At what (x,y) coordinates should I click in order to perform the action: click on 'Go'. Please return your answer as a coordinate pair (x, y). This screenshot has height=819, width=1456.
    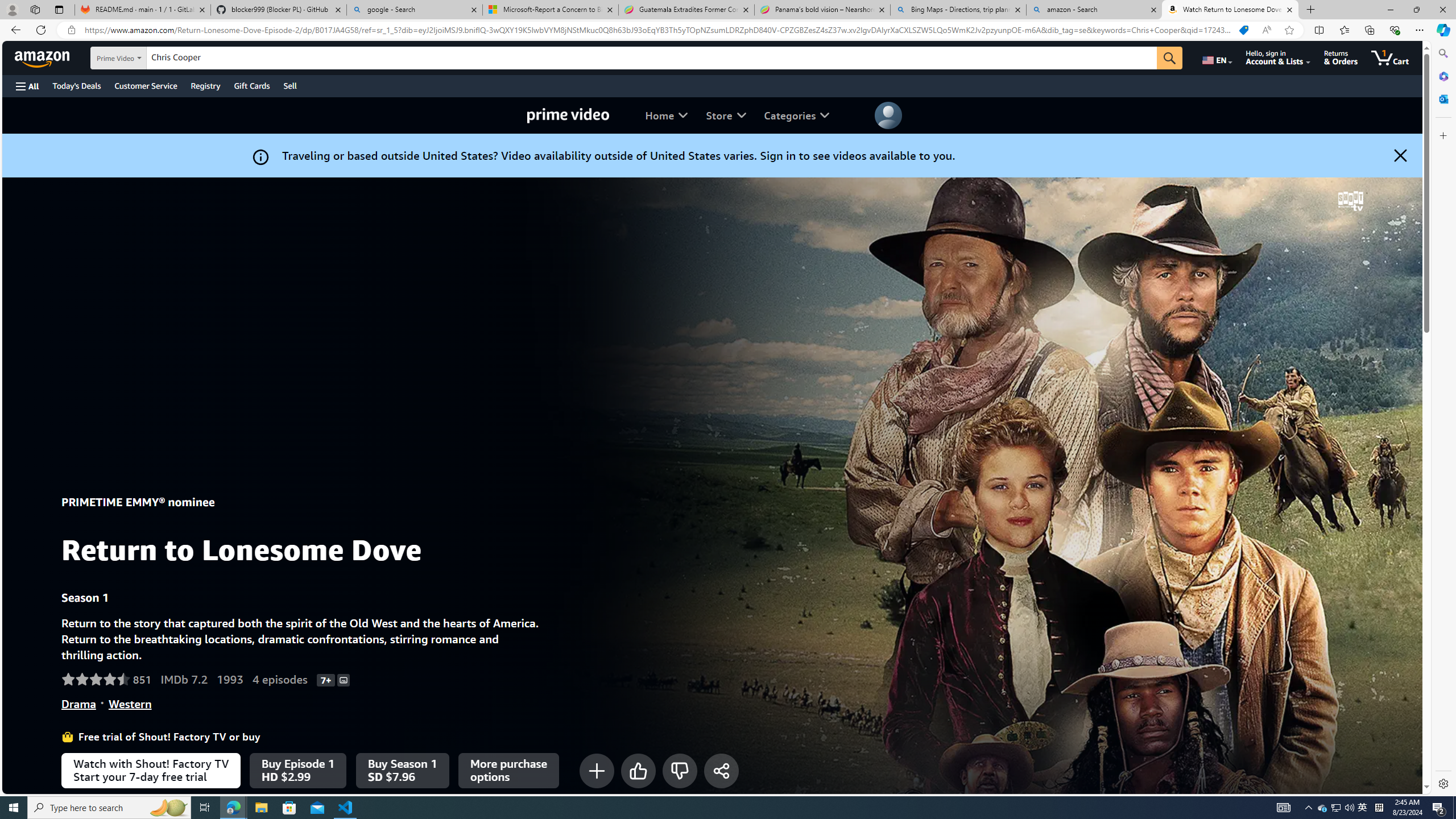
    Looking at the image, I should click on (1169, 58).